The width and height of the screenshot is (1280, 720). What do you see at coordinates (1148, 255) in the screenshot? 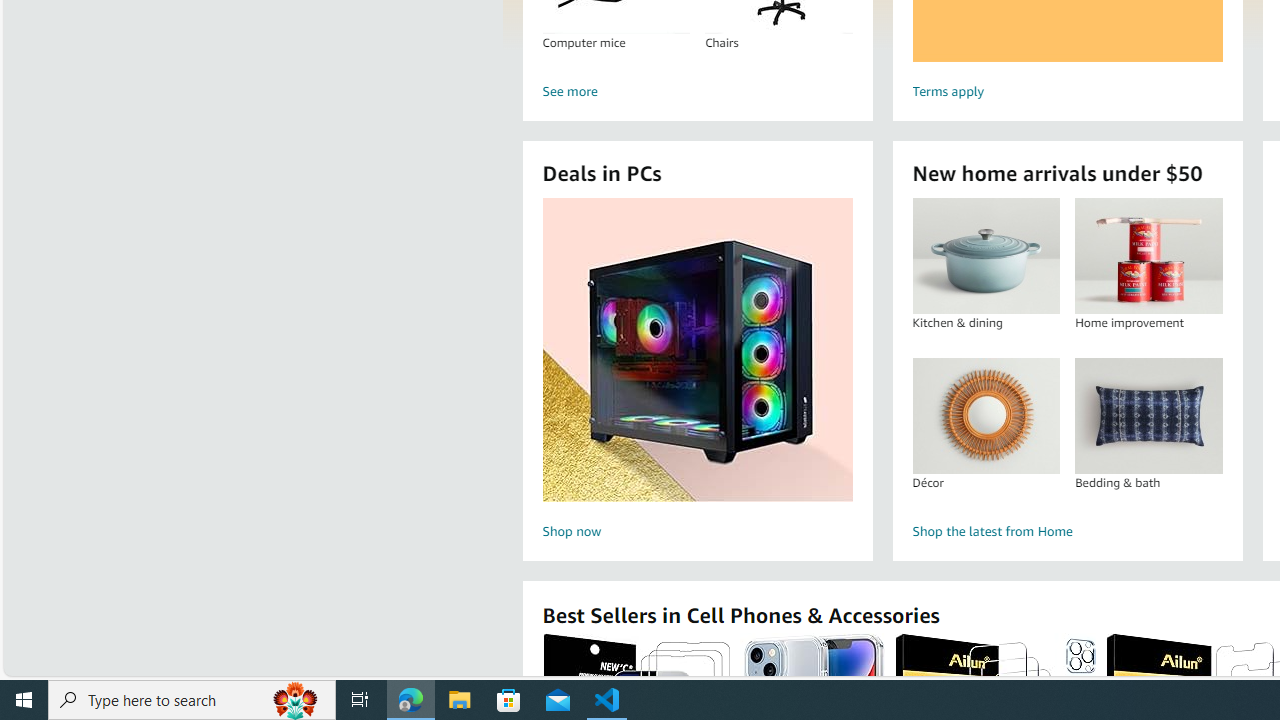
I see `'Home improvement'` at bounding box center [1148, 255].